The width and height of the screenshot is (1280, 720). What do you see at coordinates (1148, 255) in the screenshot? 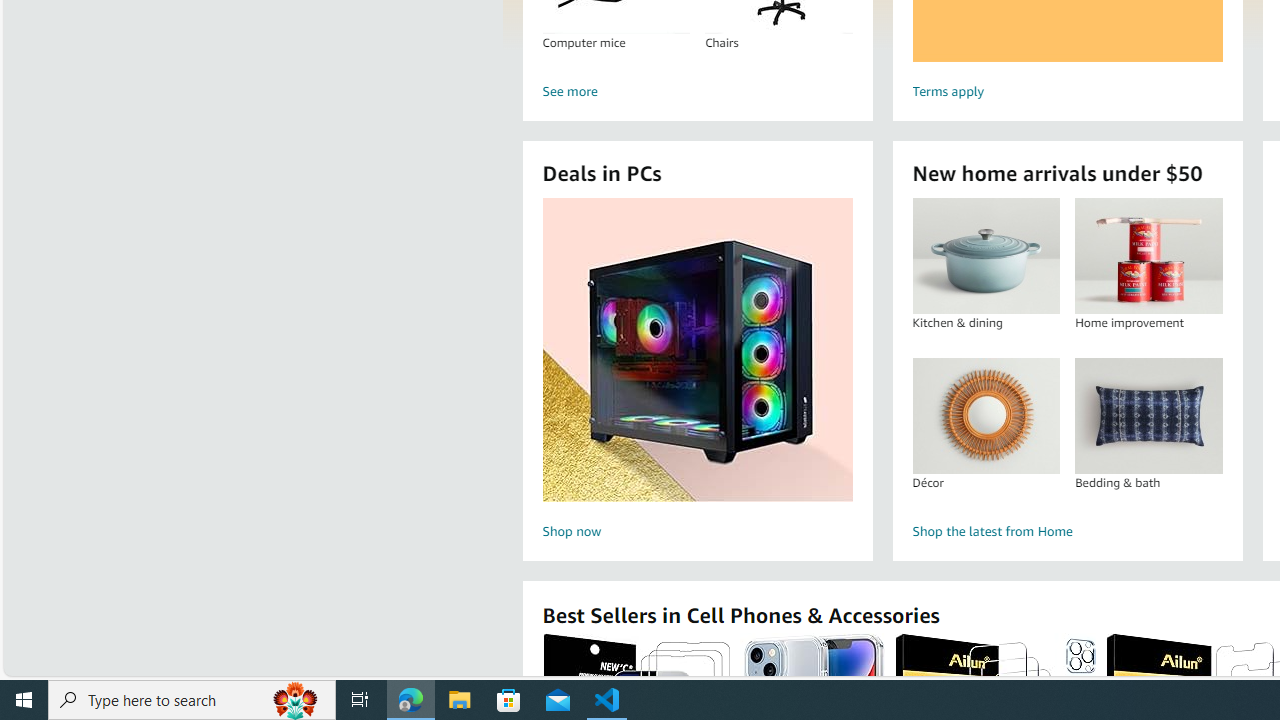
I see `'Home improvement'` at bounding box center [1148, 255].